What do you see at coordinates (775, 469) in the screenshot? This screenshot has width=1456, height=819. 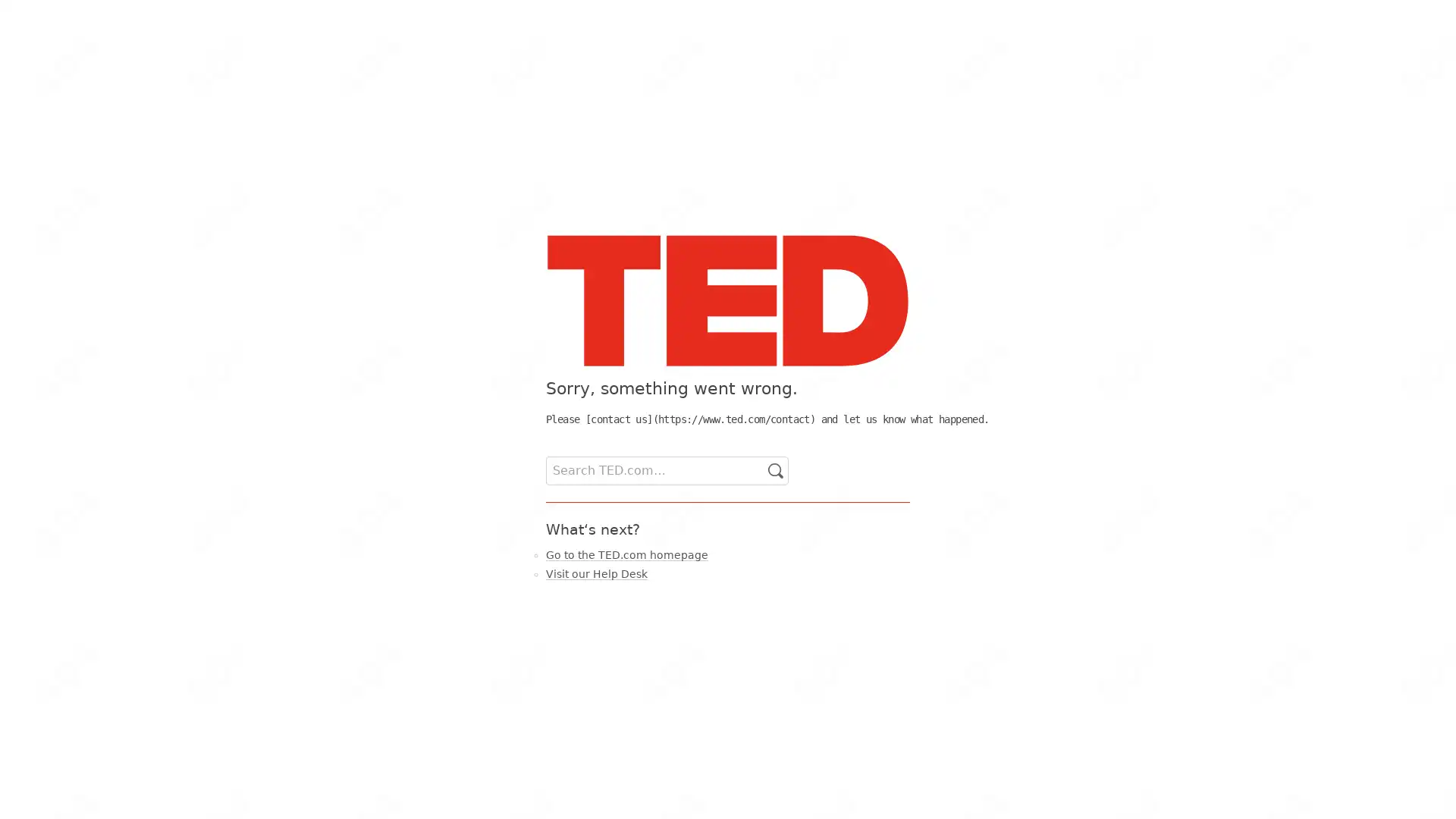 I see `Go` at bounding box center [775, 469].